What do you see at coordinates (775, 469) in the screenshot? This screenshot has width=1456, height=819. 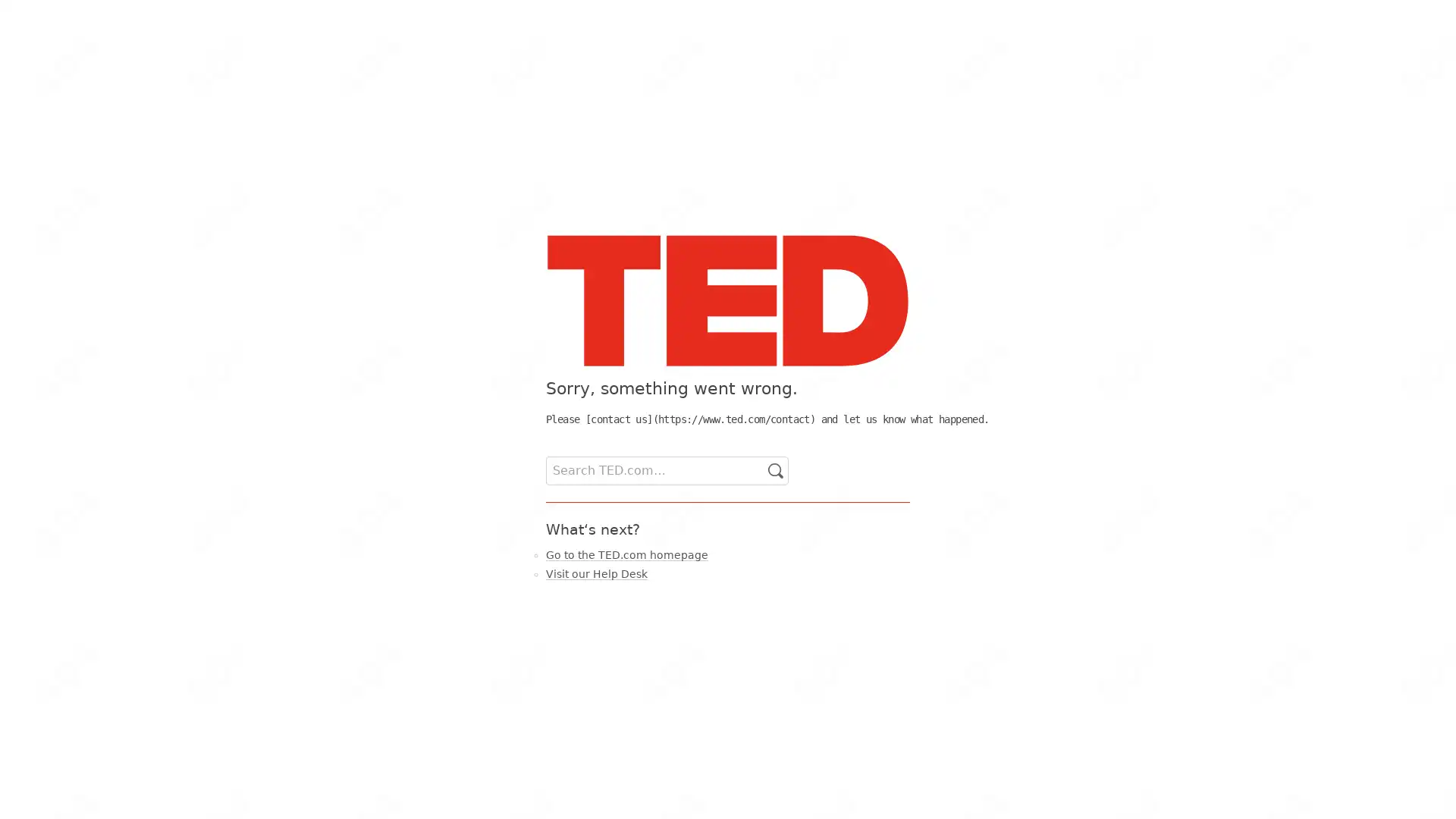 I see `Go` at bounding box center [775, 469].